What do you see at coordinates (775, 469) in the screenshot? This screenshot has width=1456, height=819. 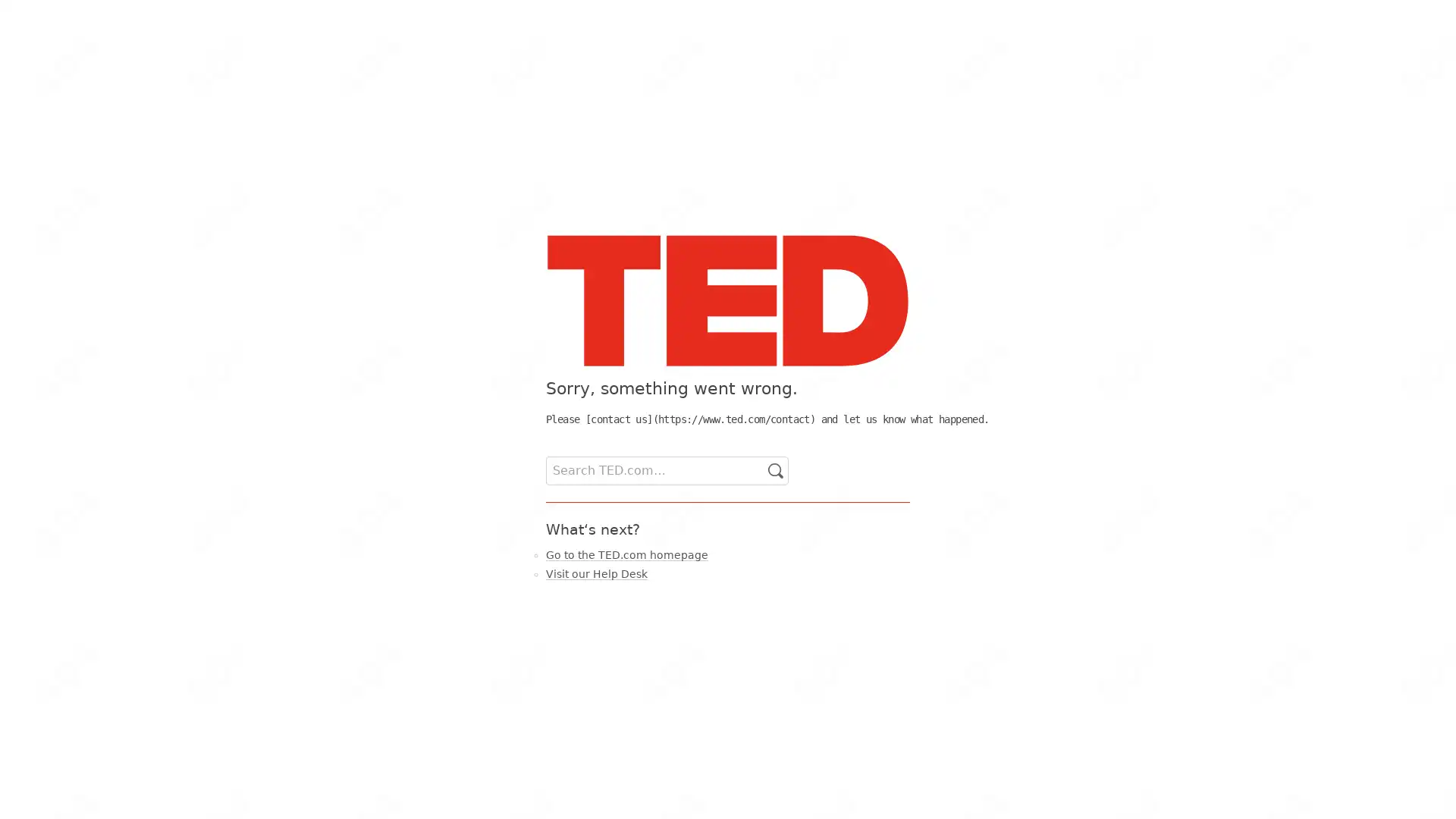 I see `Go` at bounding box center [775, 469].